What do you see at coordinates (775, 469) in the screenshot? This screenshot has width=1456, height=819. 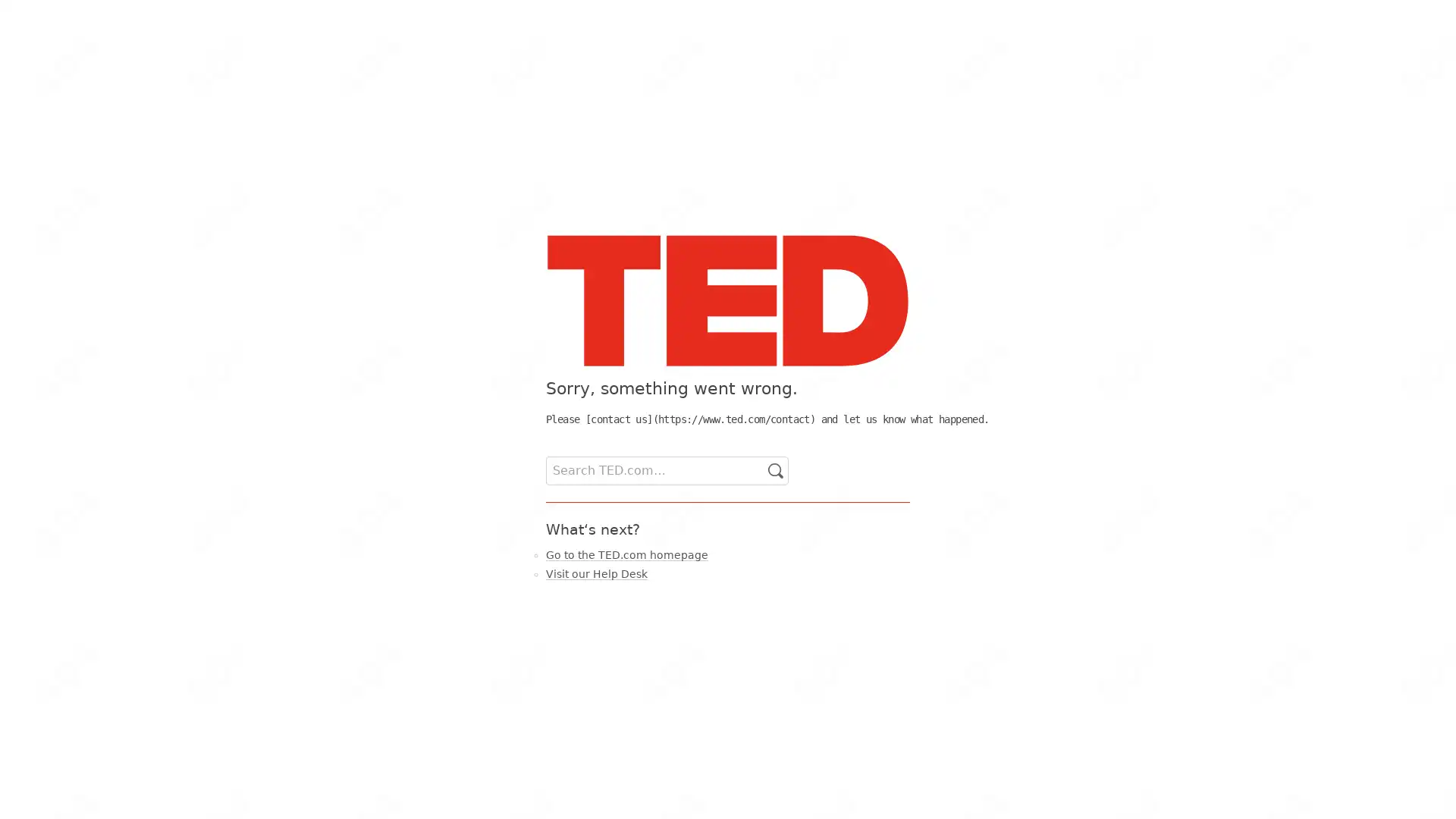 I see `Go` at bounding box center [775, 469].